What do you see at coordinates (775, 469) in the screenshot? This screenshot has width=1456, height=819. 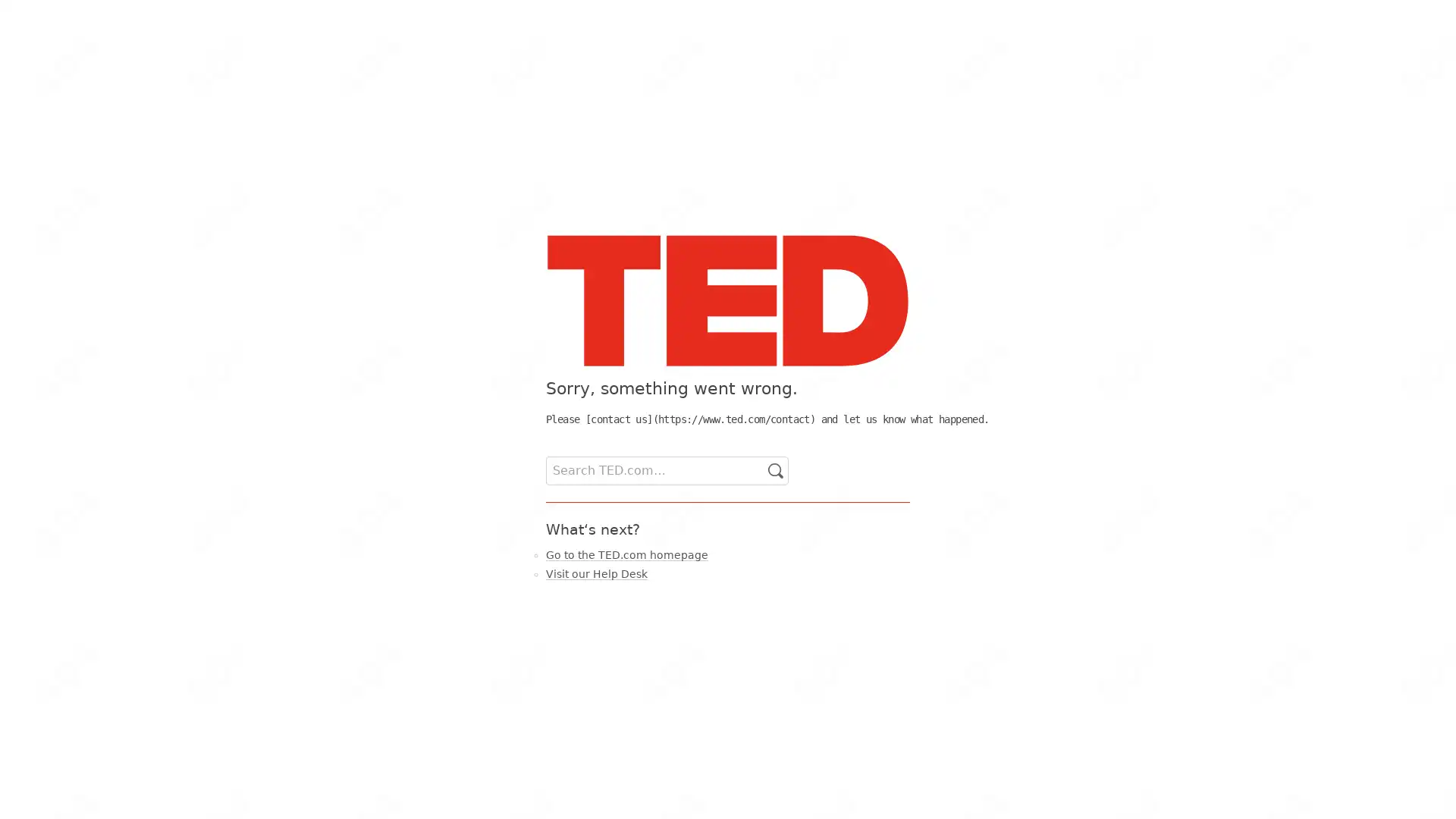 I see `Go` at bounding box center [775, 469].